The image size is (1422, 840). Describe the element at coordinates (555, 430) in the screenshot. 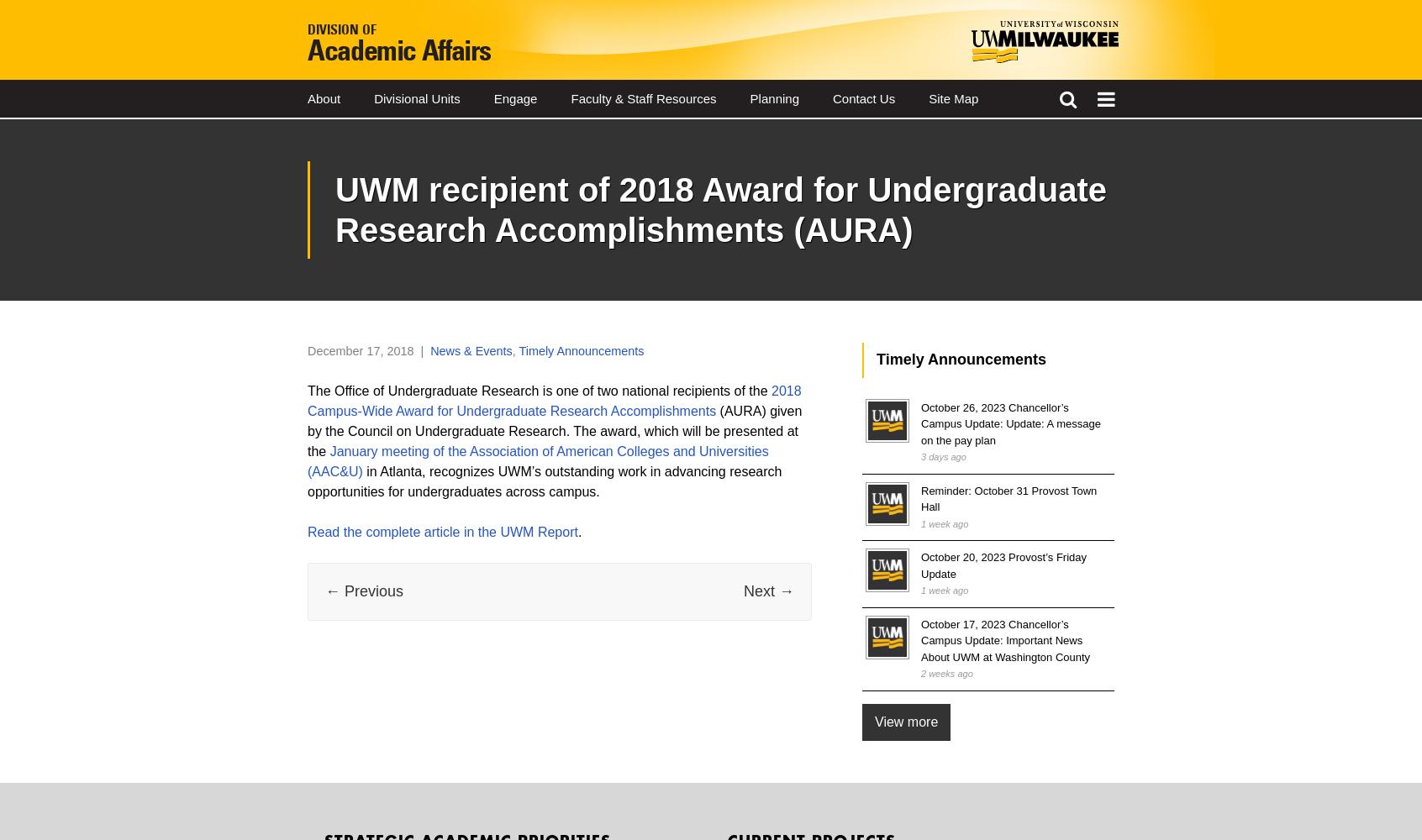

I see `'(AURA) given by the Council on Undergraduate Research. The award, which will be presented at the'` at that location.